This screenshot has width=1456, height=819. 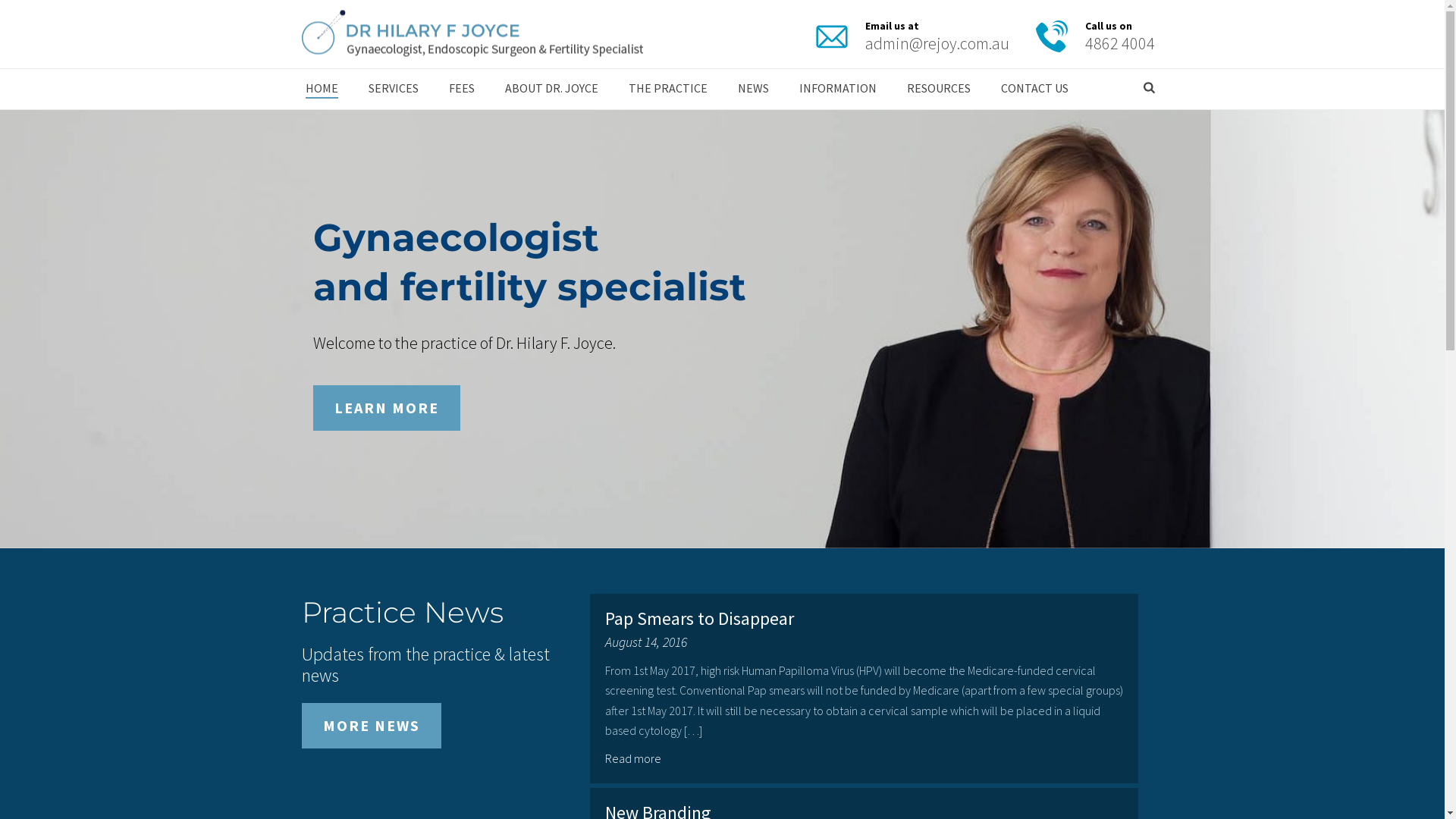 I want to click on 'RESOURCES', so click(x=938, y=89).